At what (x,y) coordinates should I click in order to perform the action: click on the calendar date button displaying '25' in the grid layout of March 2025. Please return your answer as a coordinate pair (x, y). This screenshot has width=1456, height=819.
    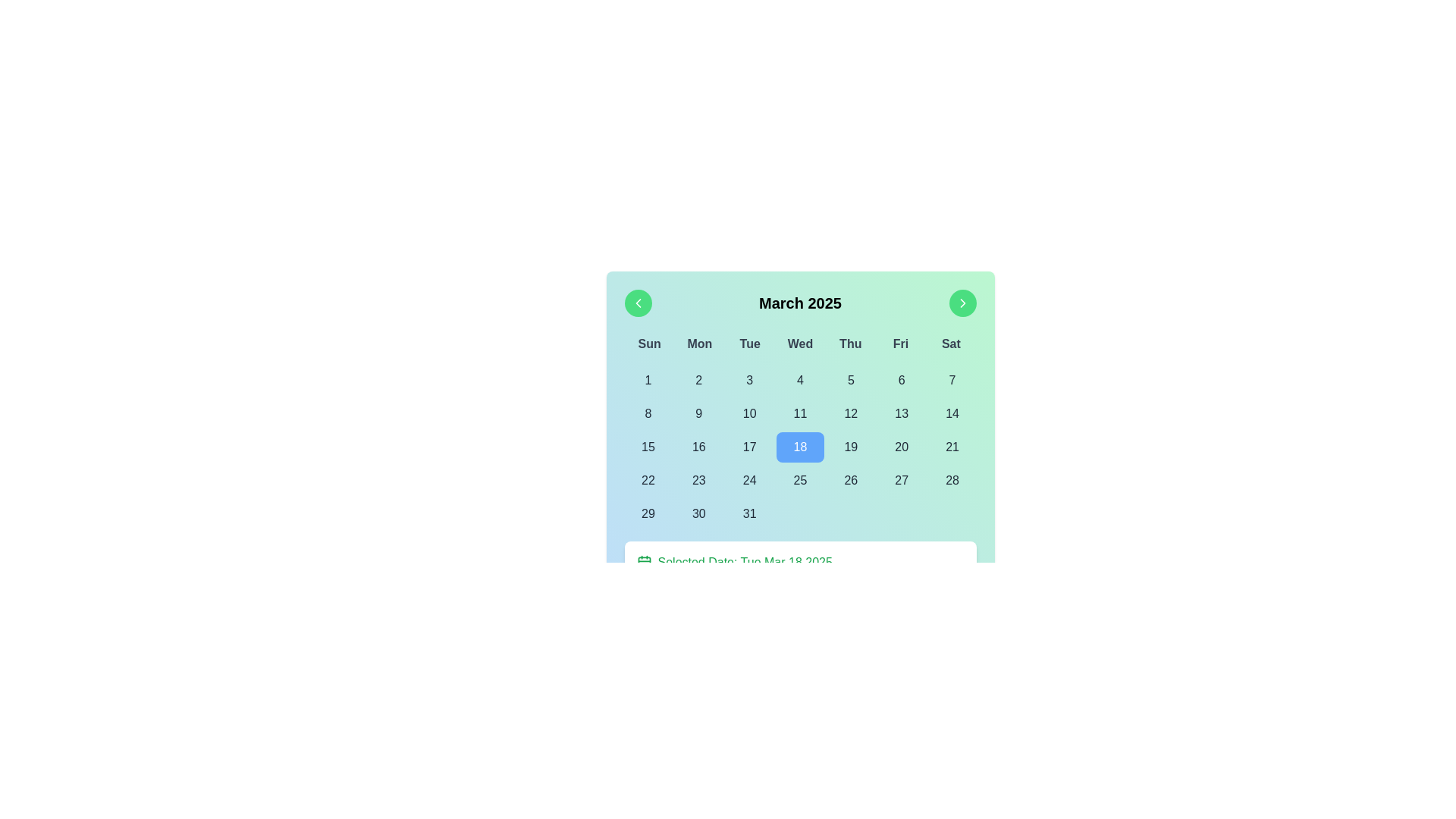
    Looking at the image, I should click on (799, 480).